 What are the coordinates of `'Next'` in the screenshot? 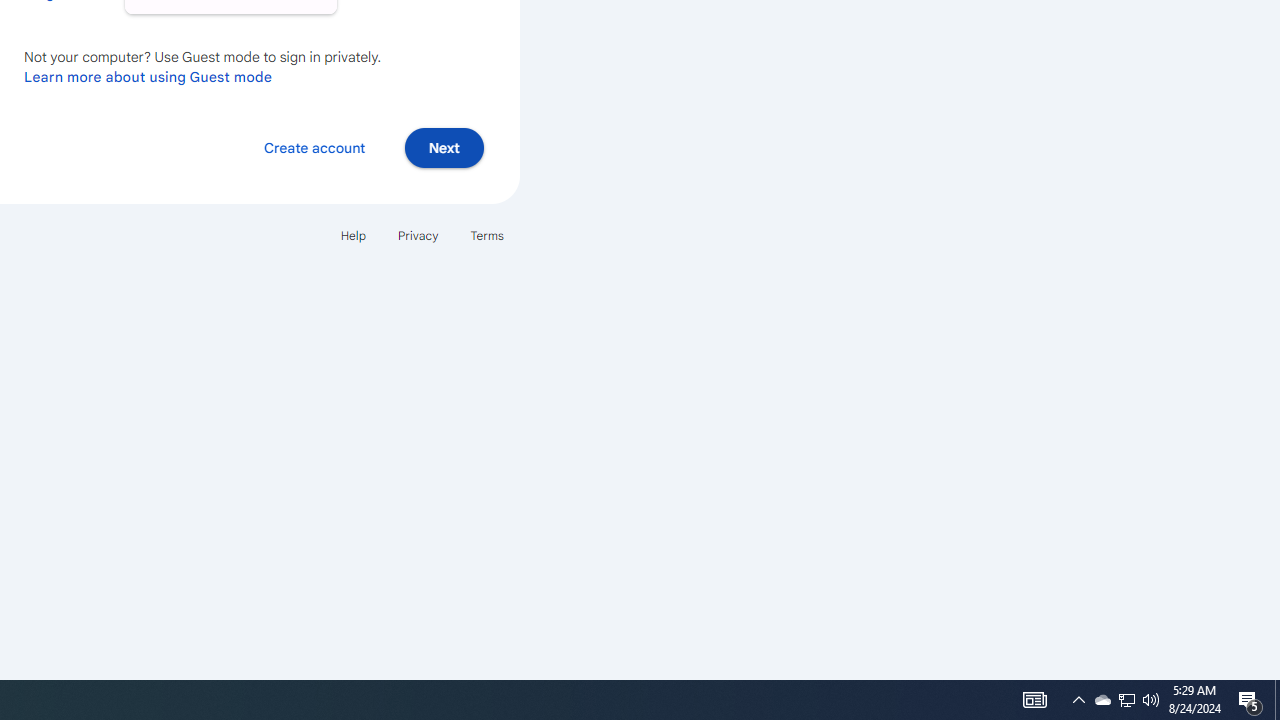 It's located at (443, 146).